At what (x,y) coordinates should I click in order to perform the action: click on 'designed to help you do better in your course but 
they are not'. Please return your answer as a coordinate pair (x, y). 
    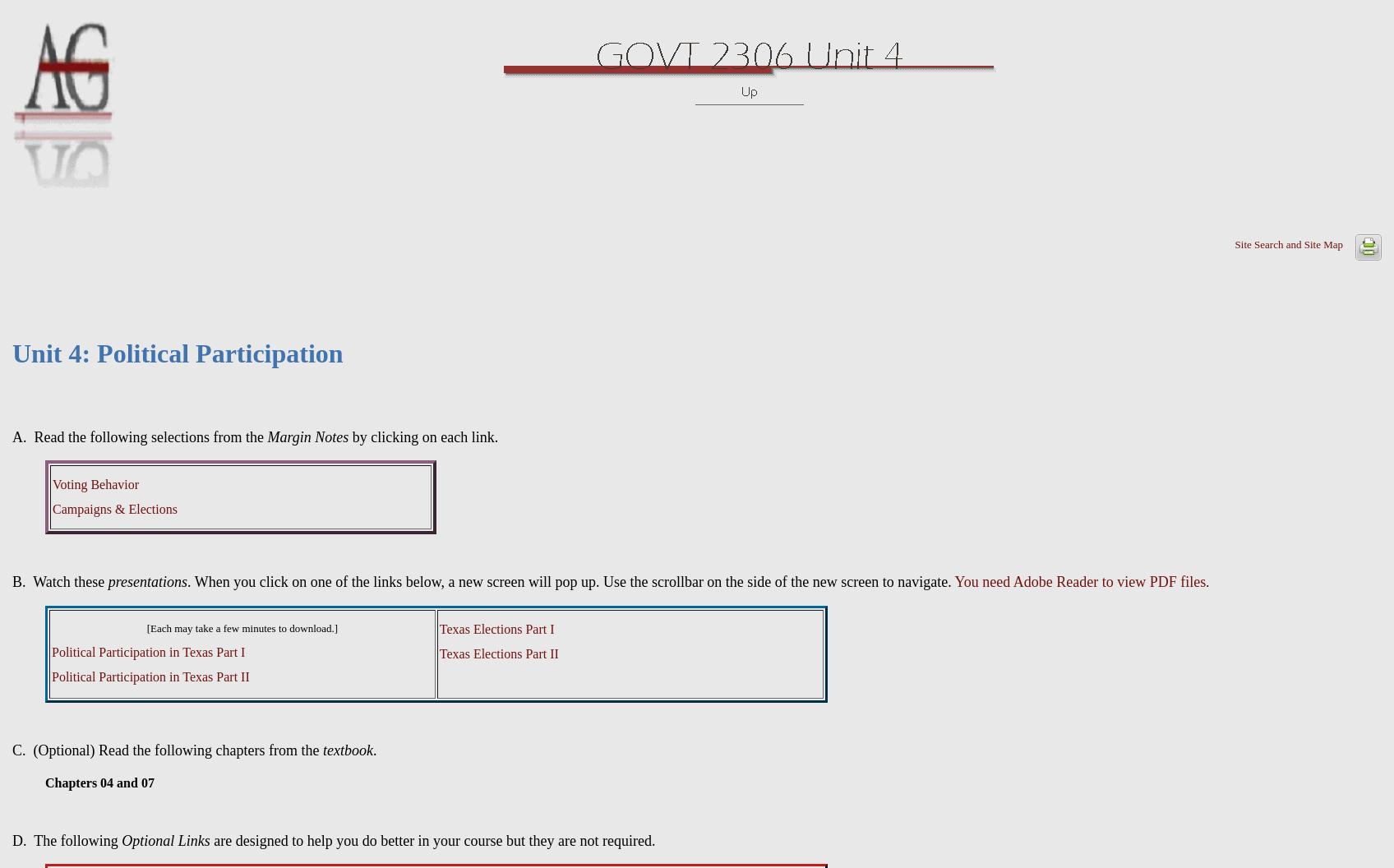
    Looking at the image, I should click on (234, 840).